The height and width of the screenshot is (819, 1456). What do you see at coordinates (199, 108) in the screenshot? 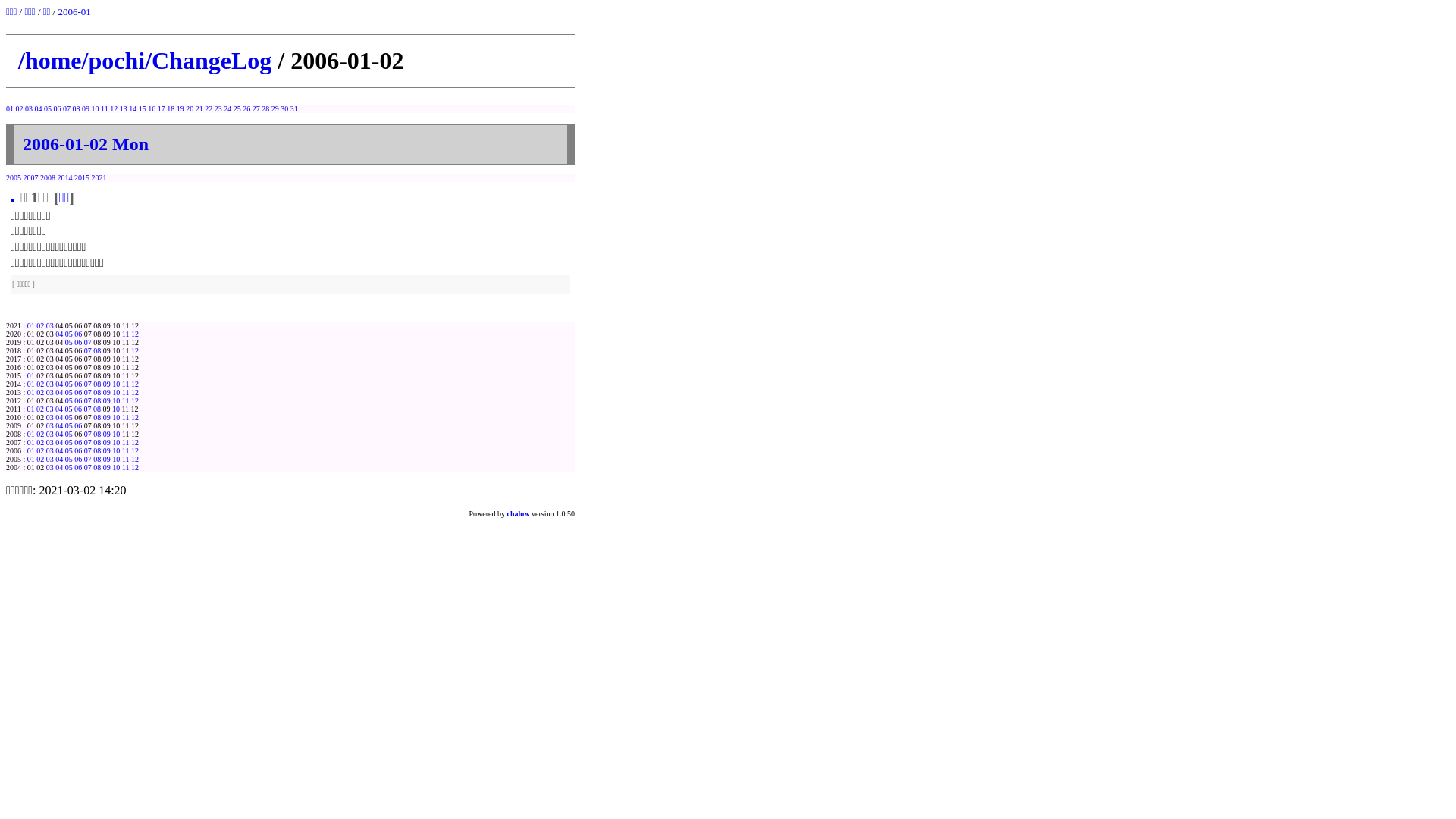
I see `'21'` at bounding box center [199, 108].